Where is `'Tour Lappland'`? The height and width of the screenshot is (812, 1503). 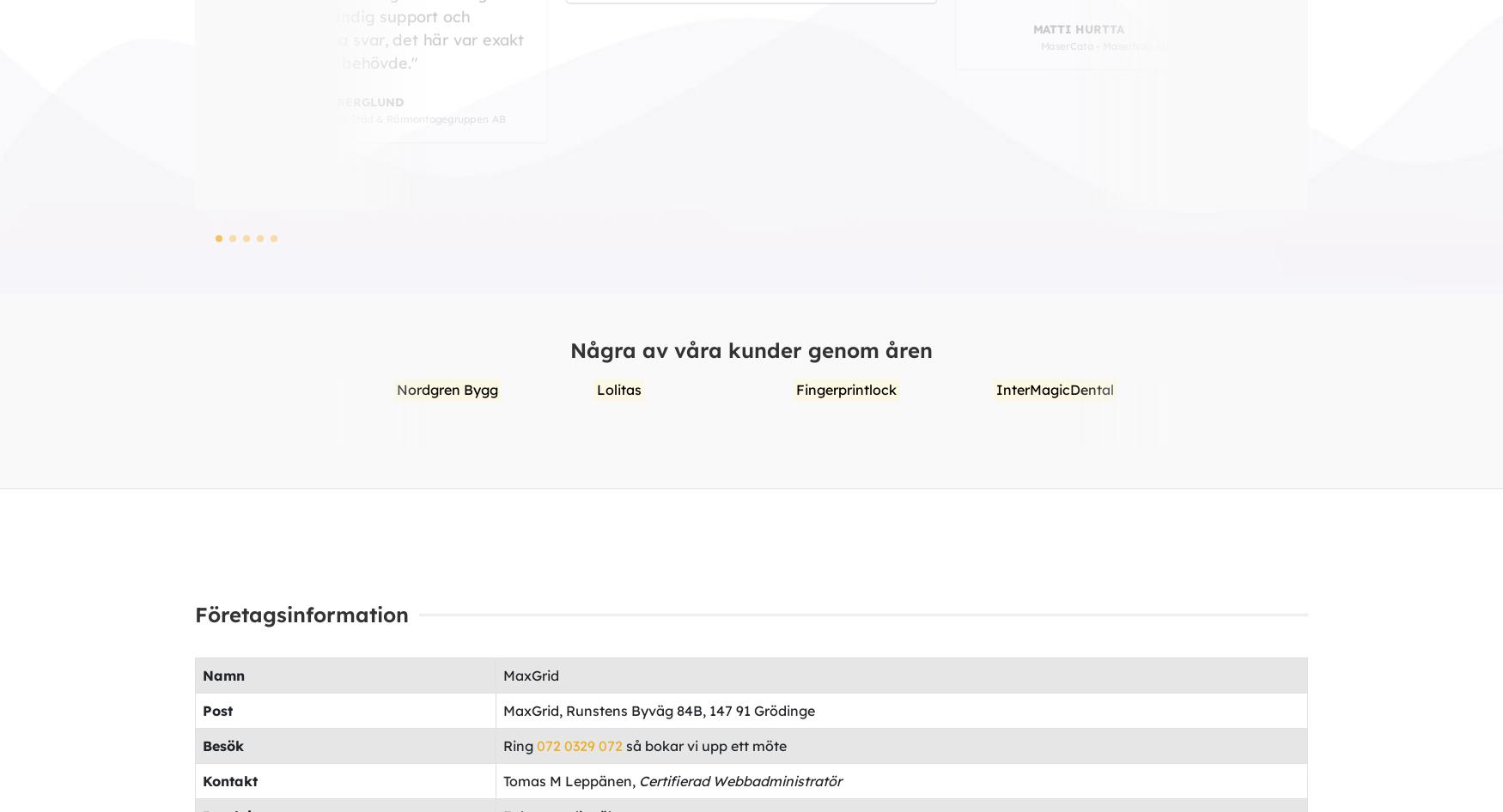 'Tour Lappland' is located at coordinates (1289, 388).